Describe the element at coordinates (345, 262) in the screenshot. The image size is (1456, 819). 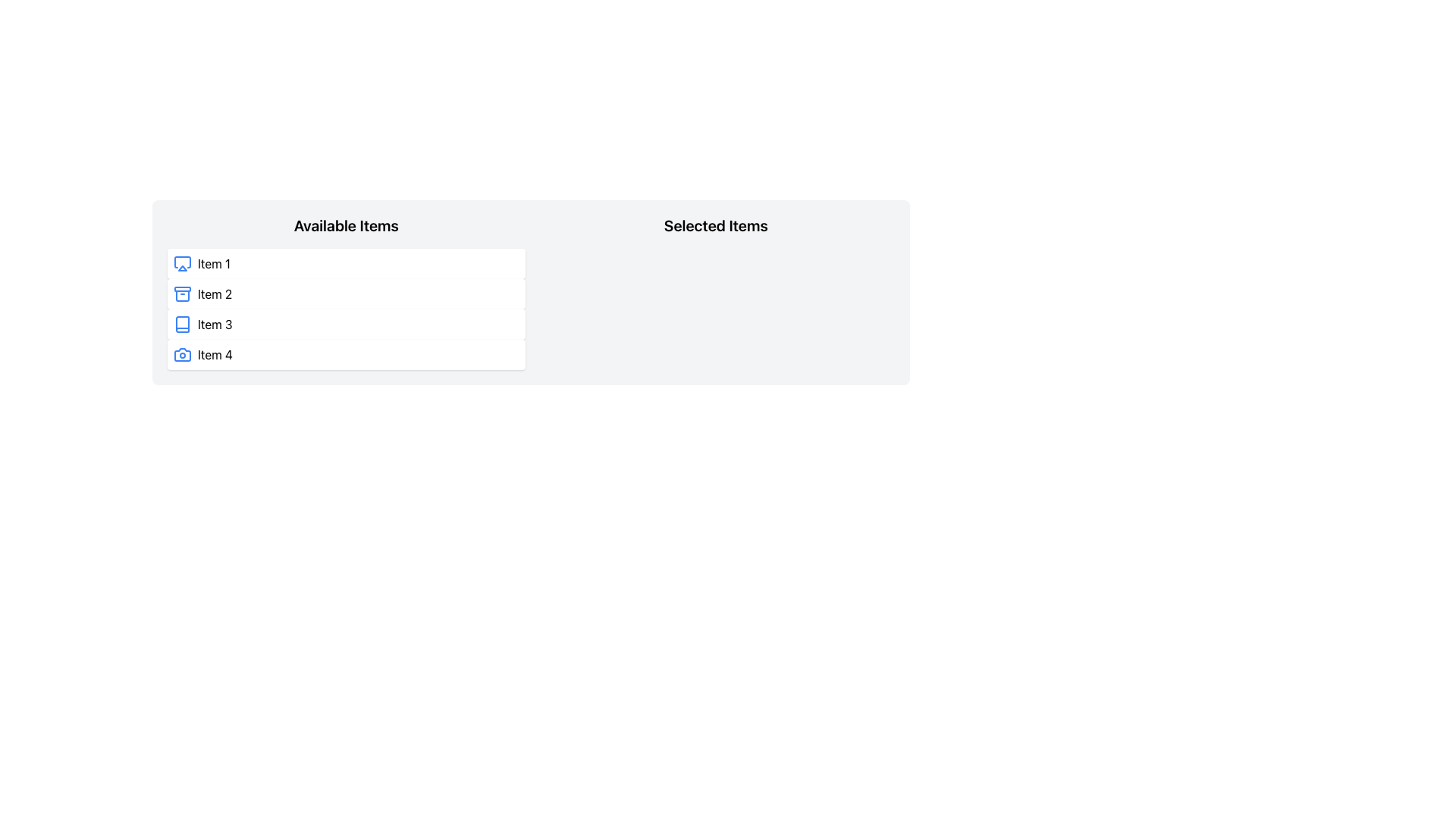
I see `the first list item labeled 'Item 1' in the 'Available Items' list` at that location.